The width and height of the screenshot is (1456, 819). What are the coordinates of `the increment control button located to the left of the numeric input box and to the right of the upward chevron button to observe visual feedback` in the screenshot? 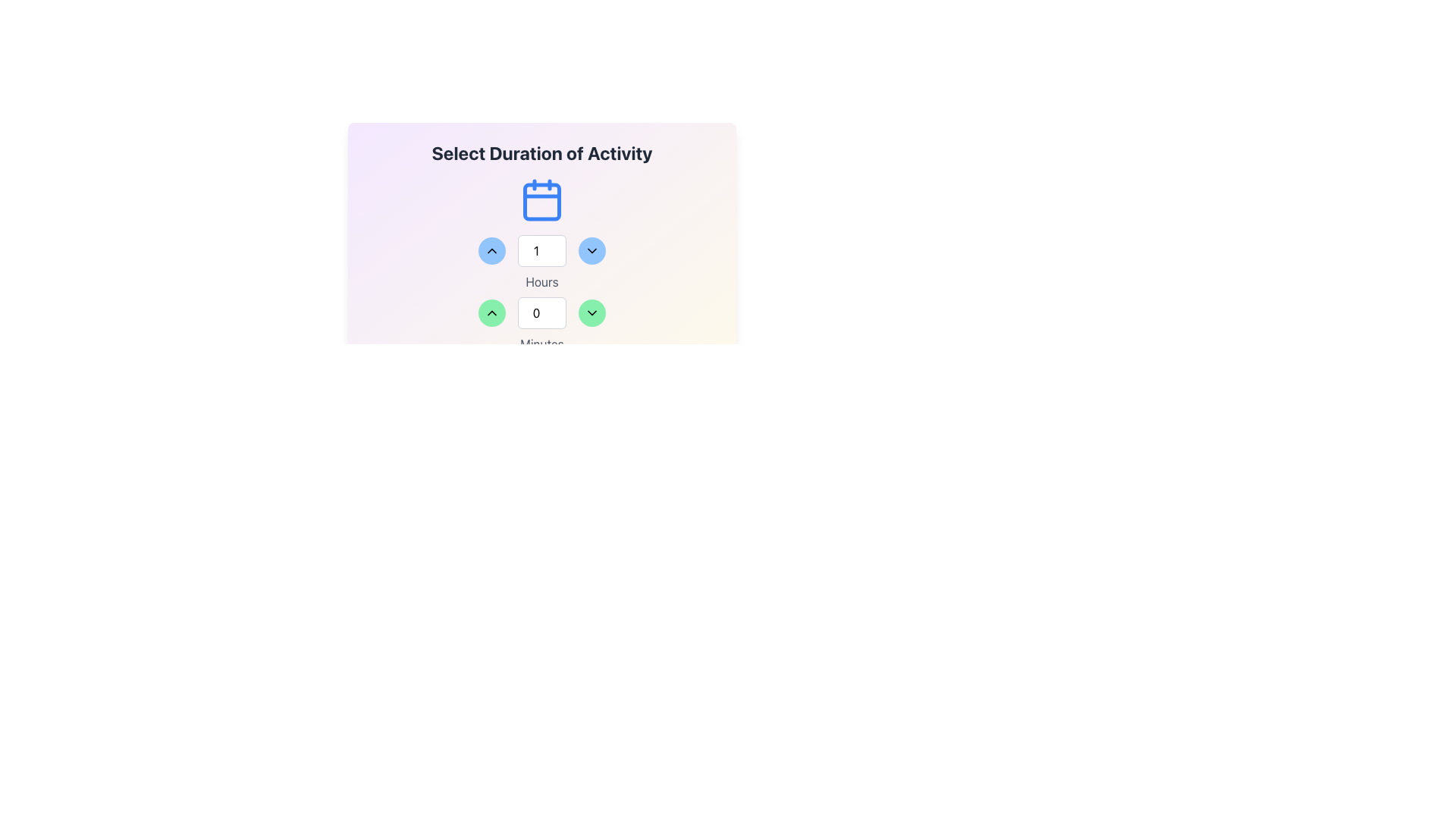 It's located at (491, 312).